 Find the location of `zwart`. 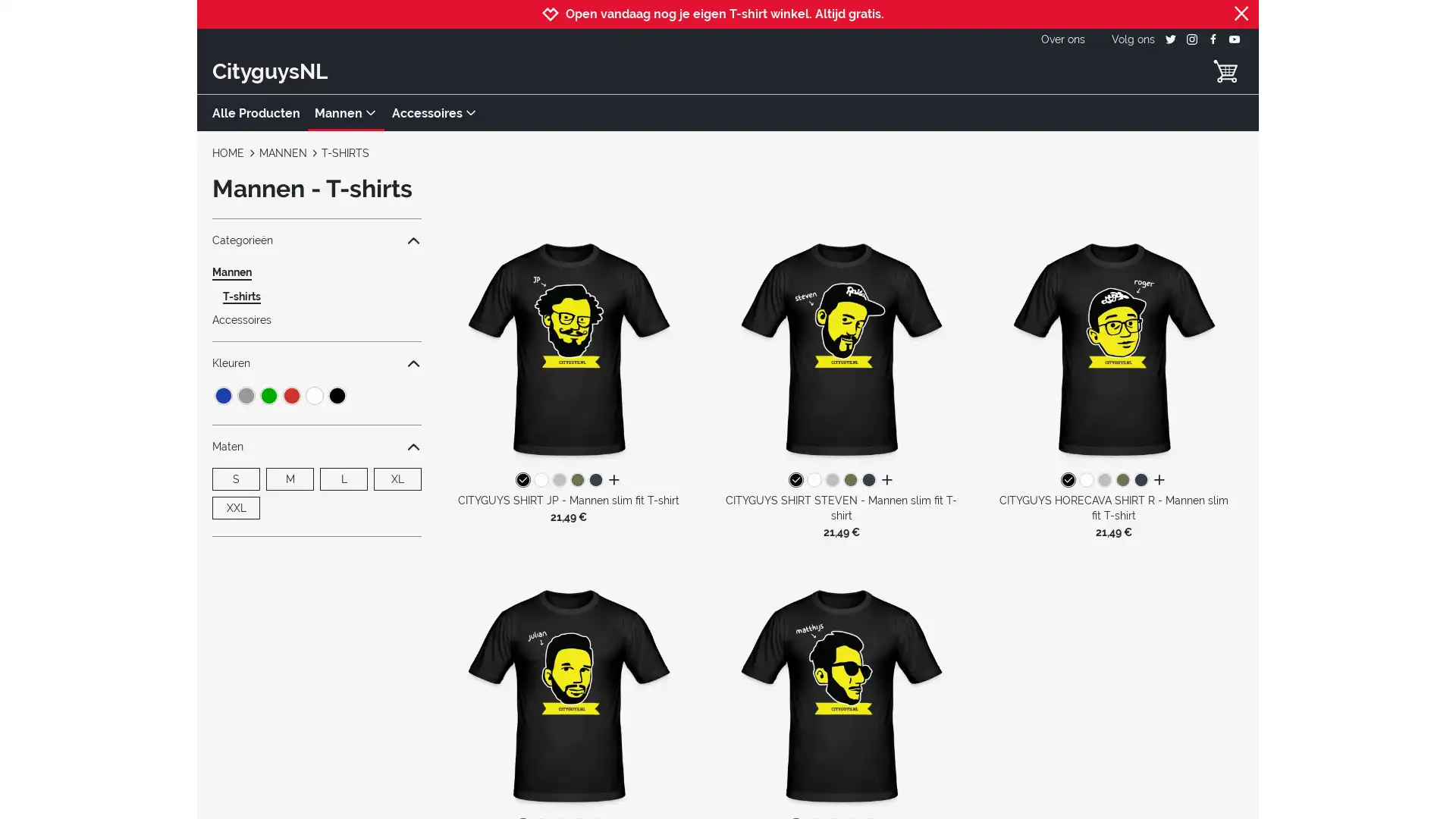

zwart is located at coordinates (795, 480).